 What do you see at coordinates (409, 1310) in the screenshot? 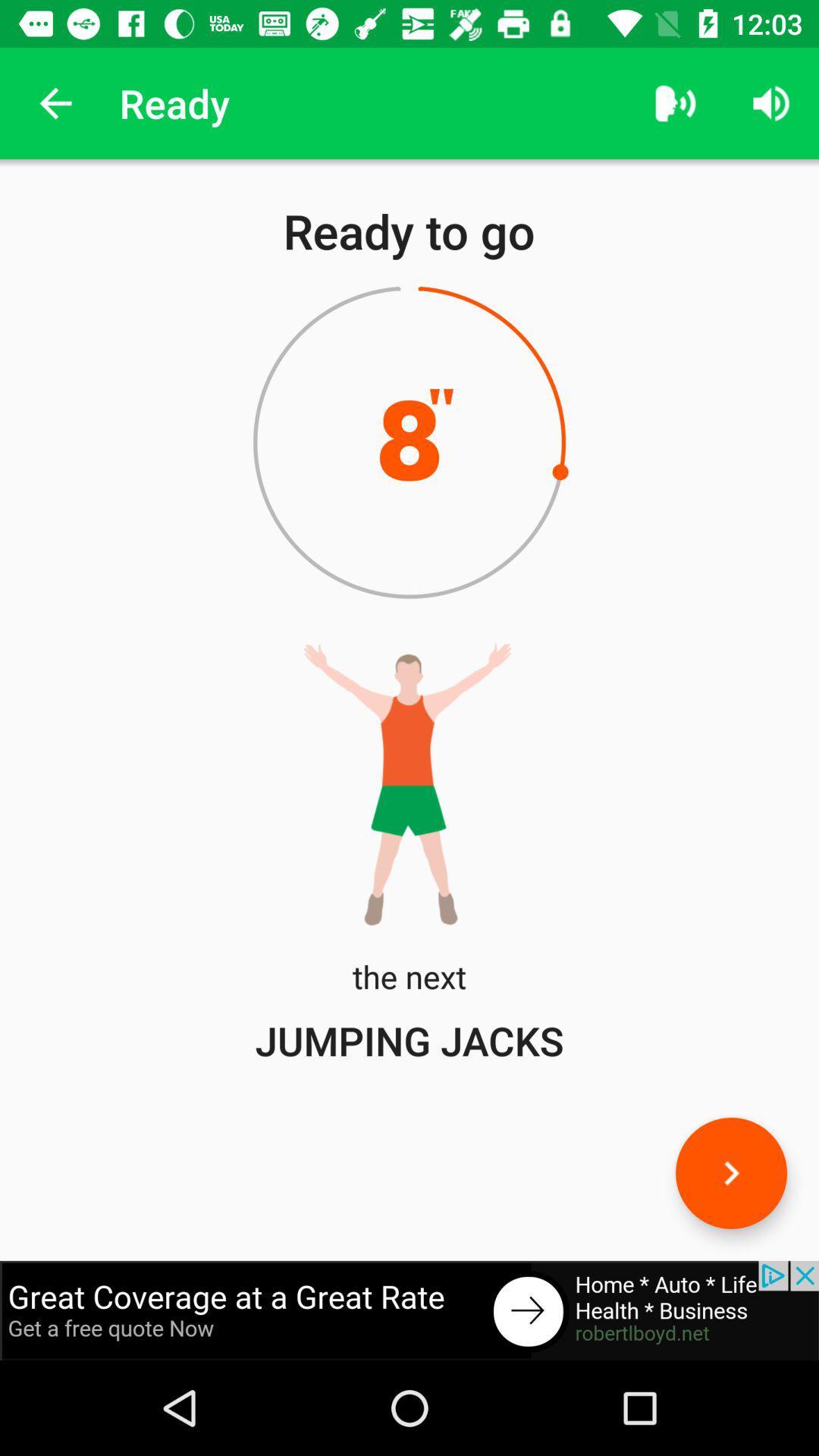
I see `open advertisement` at bounding box center [409, 1310].